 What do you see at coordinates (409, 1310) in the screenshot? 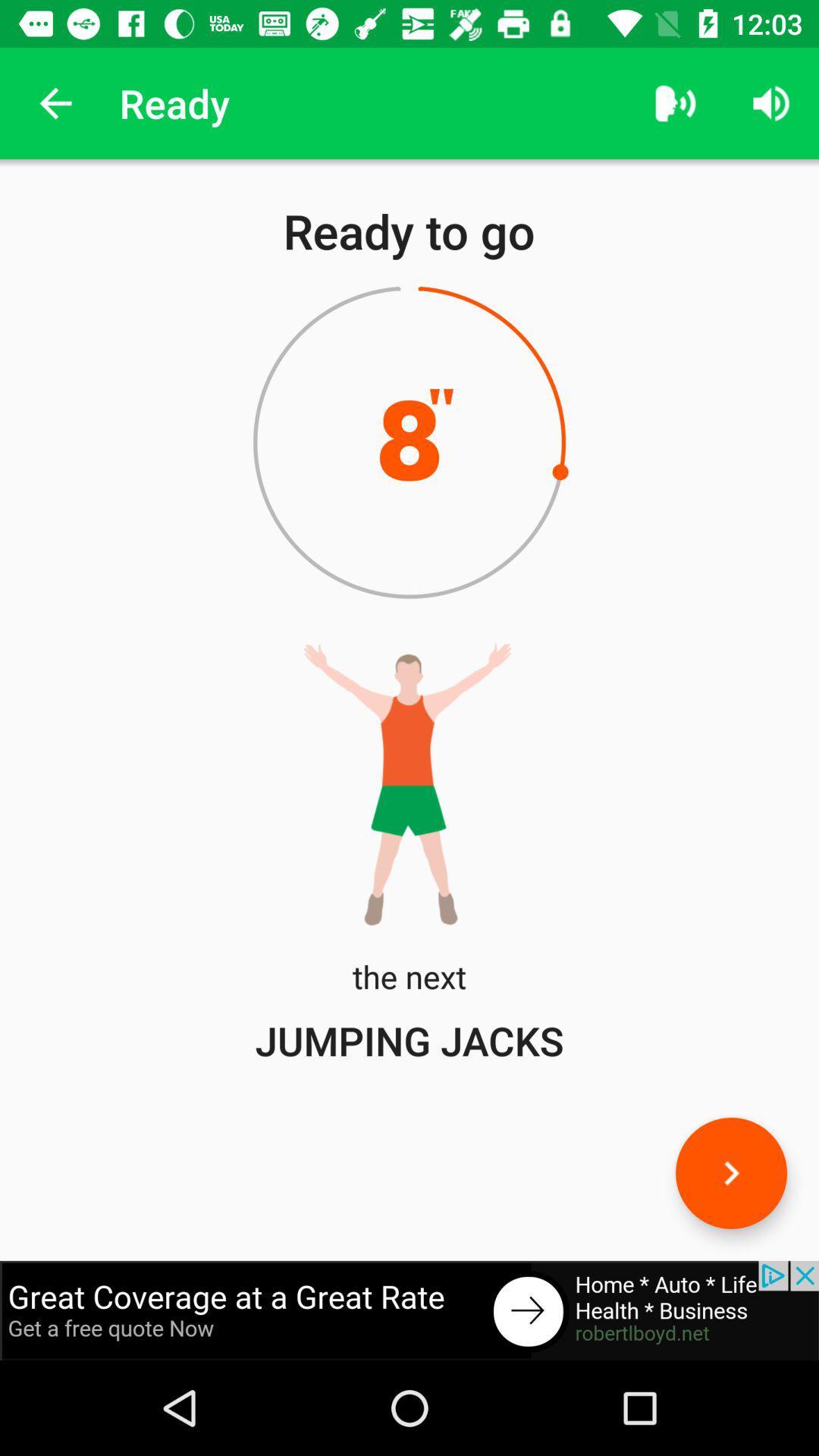
I see `open advertisement` at bounding box center [409, 1310].